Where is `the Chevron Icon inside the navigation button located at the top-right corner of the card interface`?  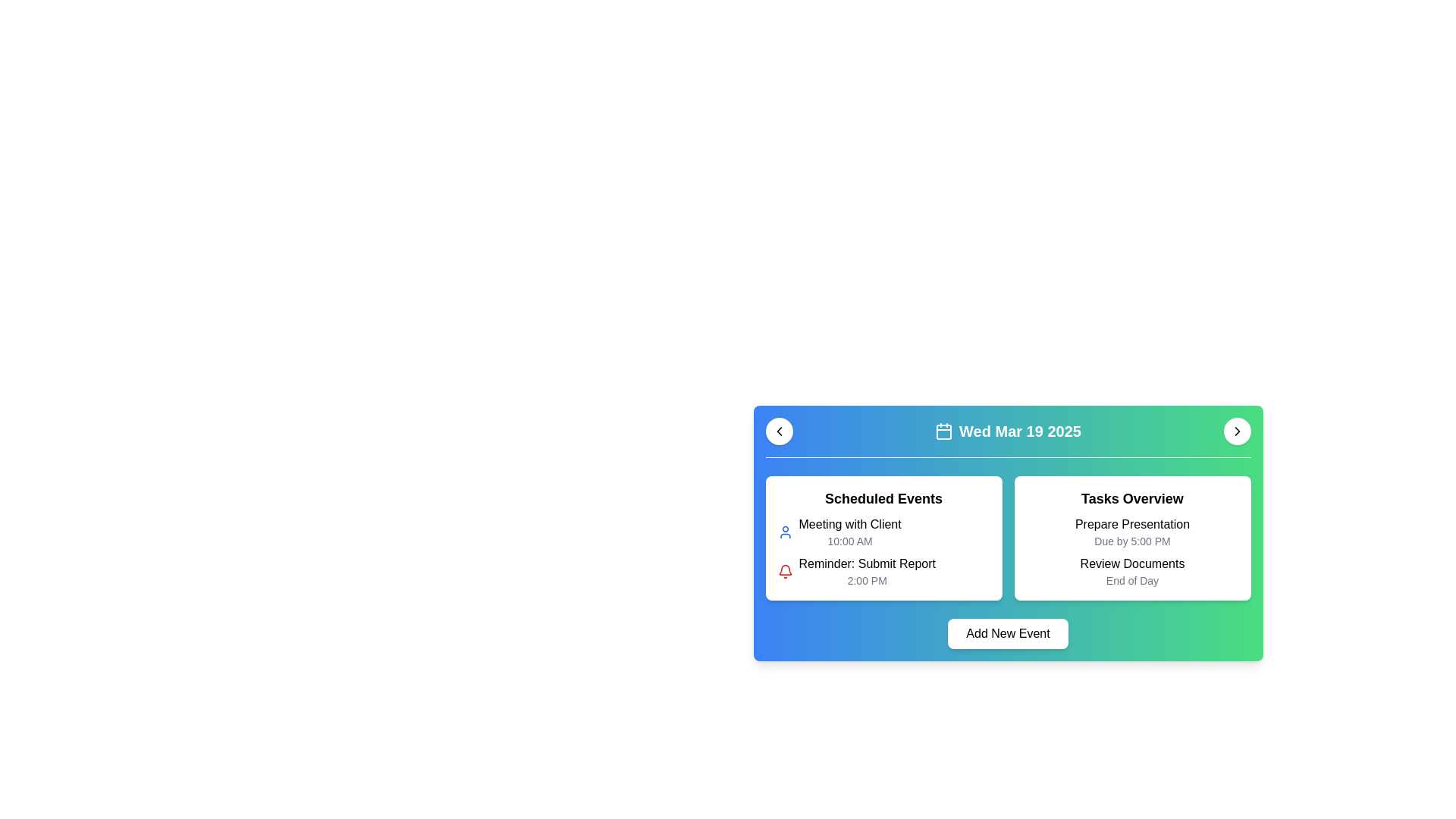 the Chevron Icon inside the navigation button located at the top-right corner of the card interface is located at coordinates (1237, 431).